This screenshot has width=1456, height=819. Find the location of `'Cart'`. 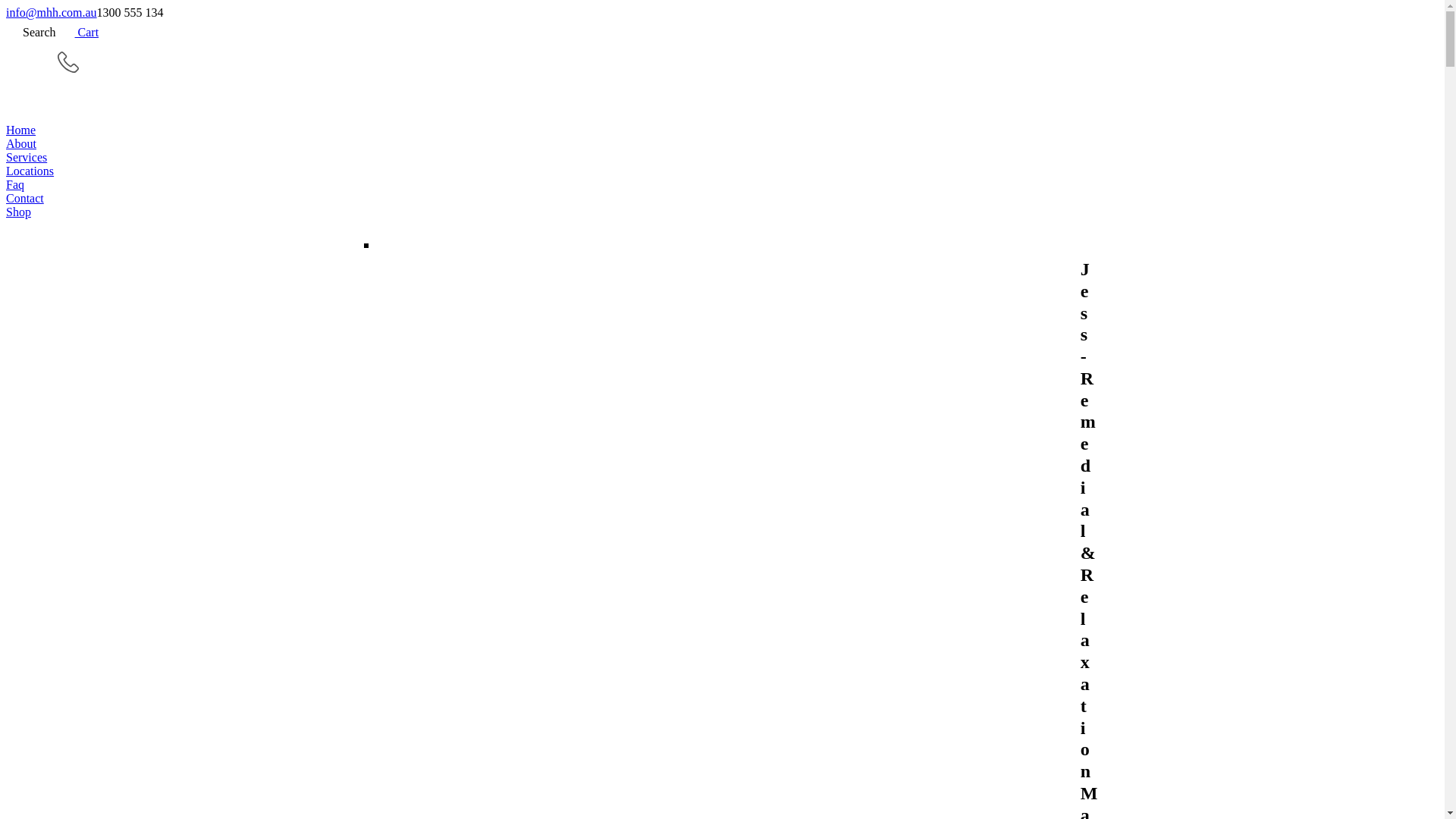

'Cart' is located at coordinates (77, 32).